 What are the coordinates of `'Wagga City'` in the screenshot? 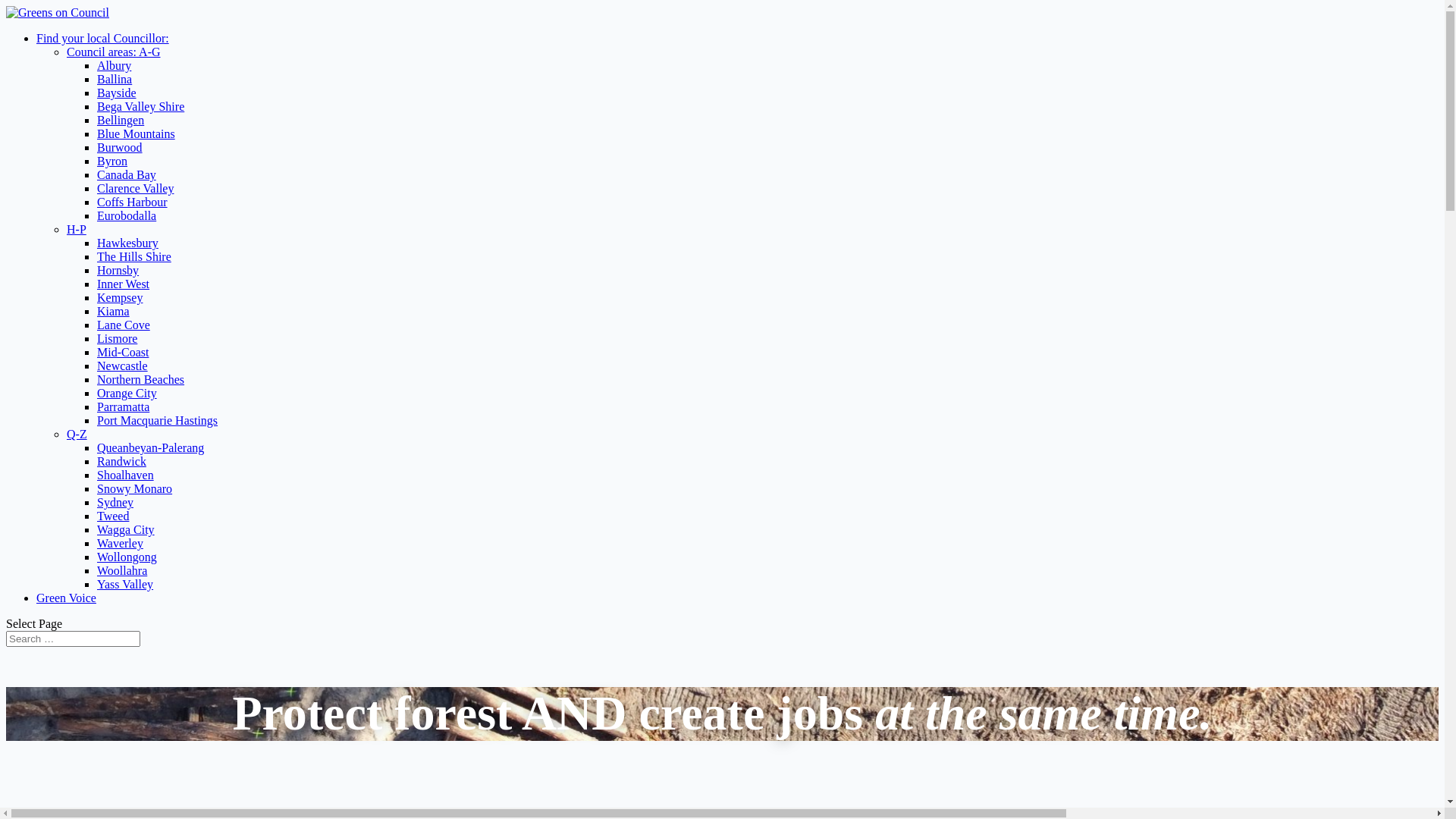 It's located at (126, 529).